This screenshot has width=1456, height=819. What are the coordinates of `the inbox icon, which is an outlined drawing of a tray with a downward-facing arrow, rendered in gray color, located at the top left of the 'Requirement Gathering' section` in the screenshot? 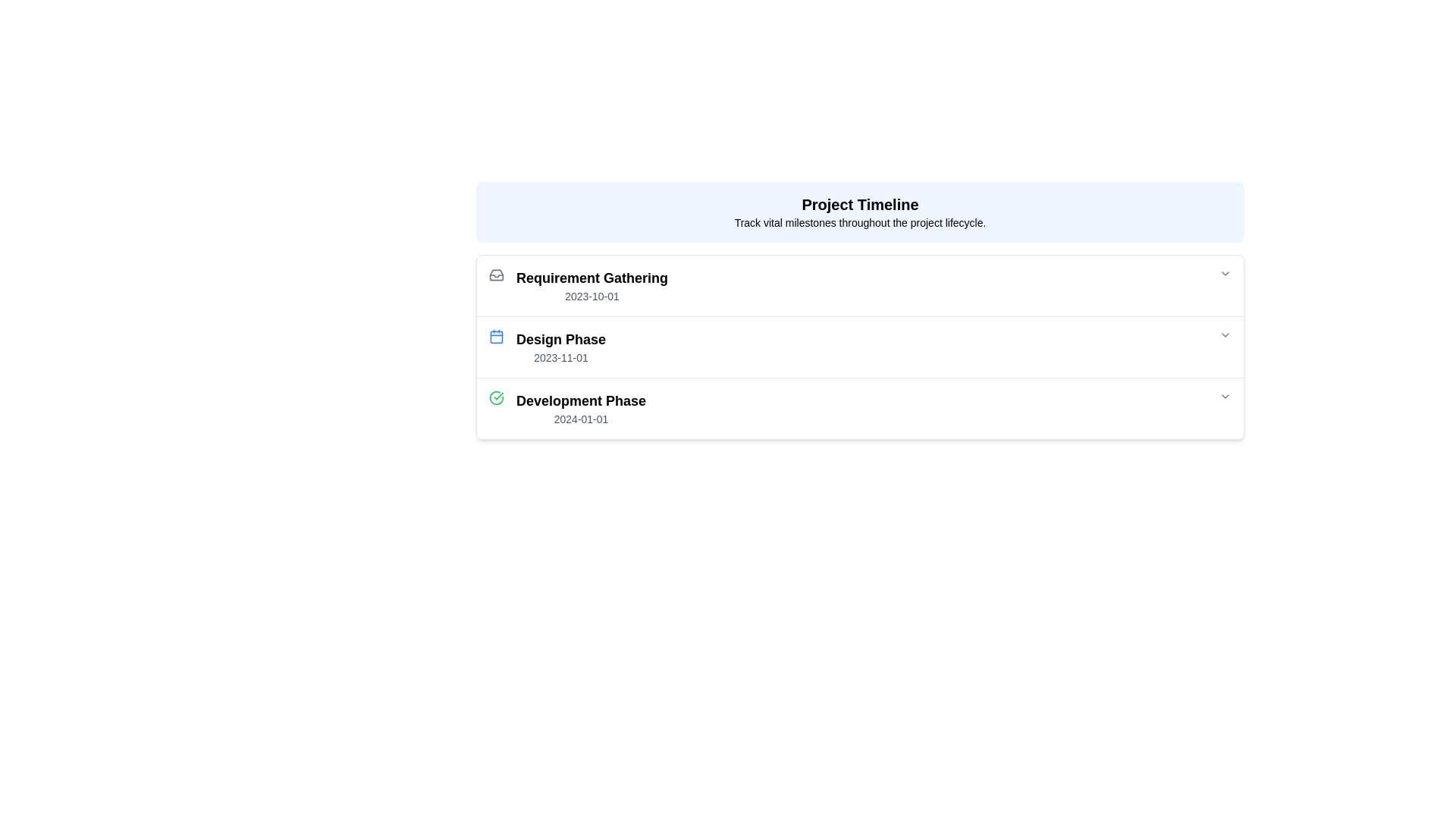 It's located at (496, 275).